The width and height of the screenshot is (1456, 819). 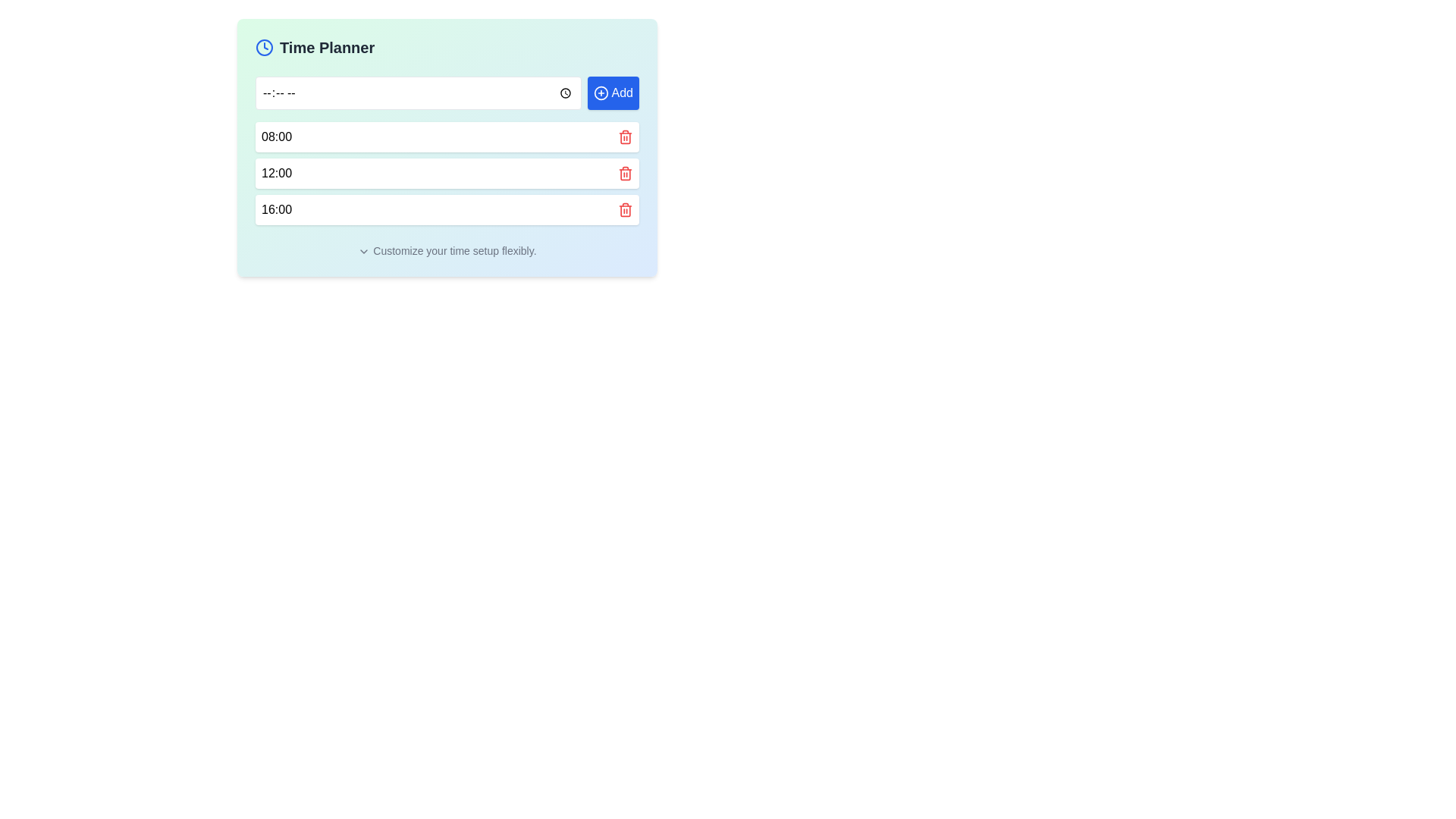 What do you see at coordinates (276, 137) in the screenshot?
I see `the first time entry Text label in the 'Time Planner' section, which displays a specific time and is positioned above '12:00'` at bounding box center [276, 137].